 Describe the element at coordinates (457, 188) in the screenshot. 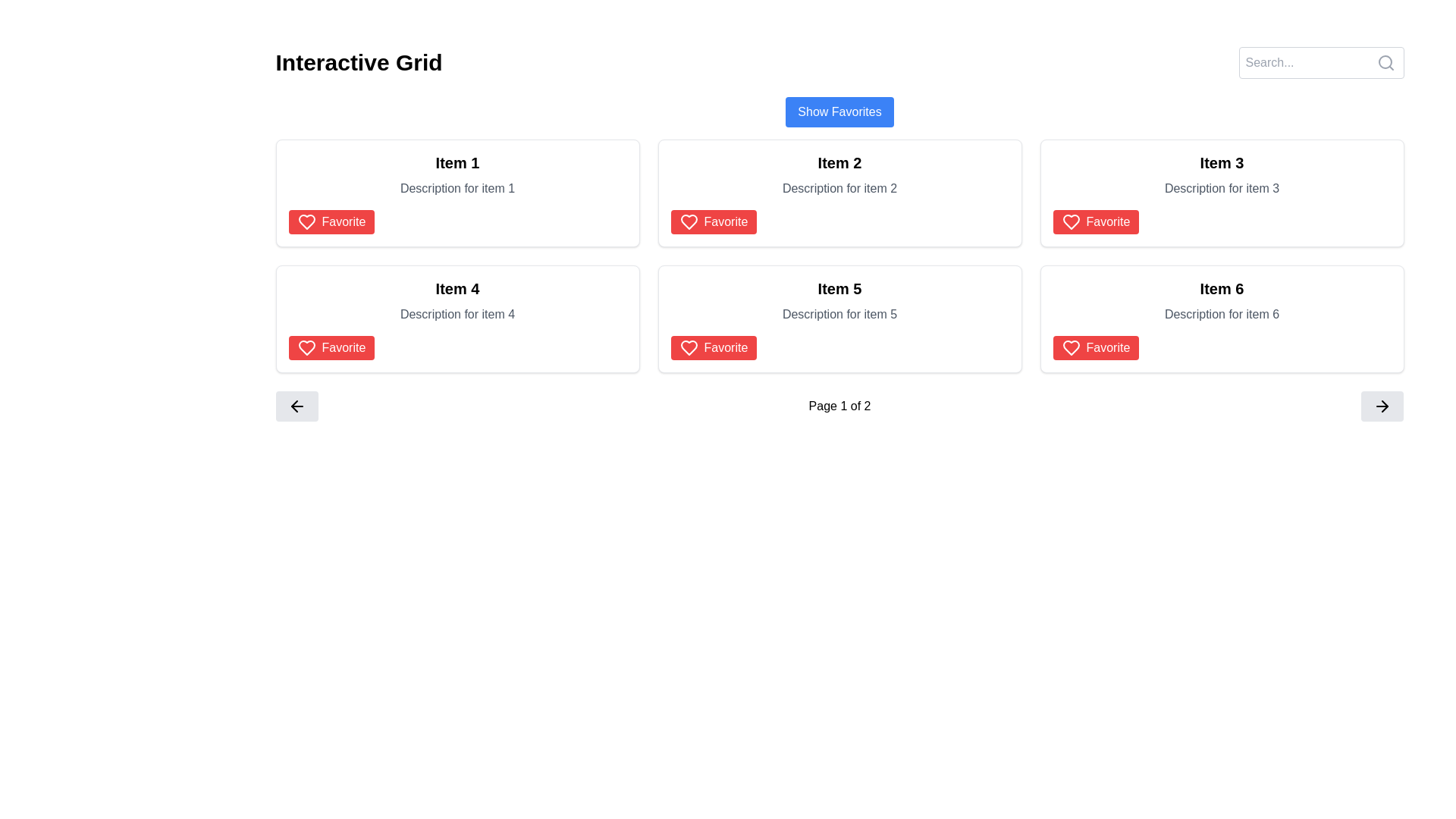

I see `the text segment that reads 'Description for item 1', located in the center area of the first card under the heading 'Item 1'` at that location.